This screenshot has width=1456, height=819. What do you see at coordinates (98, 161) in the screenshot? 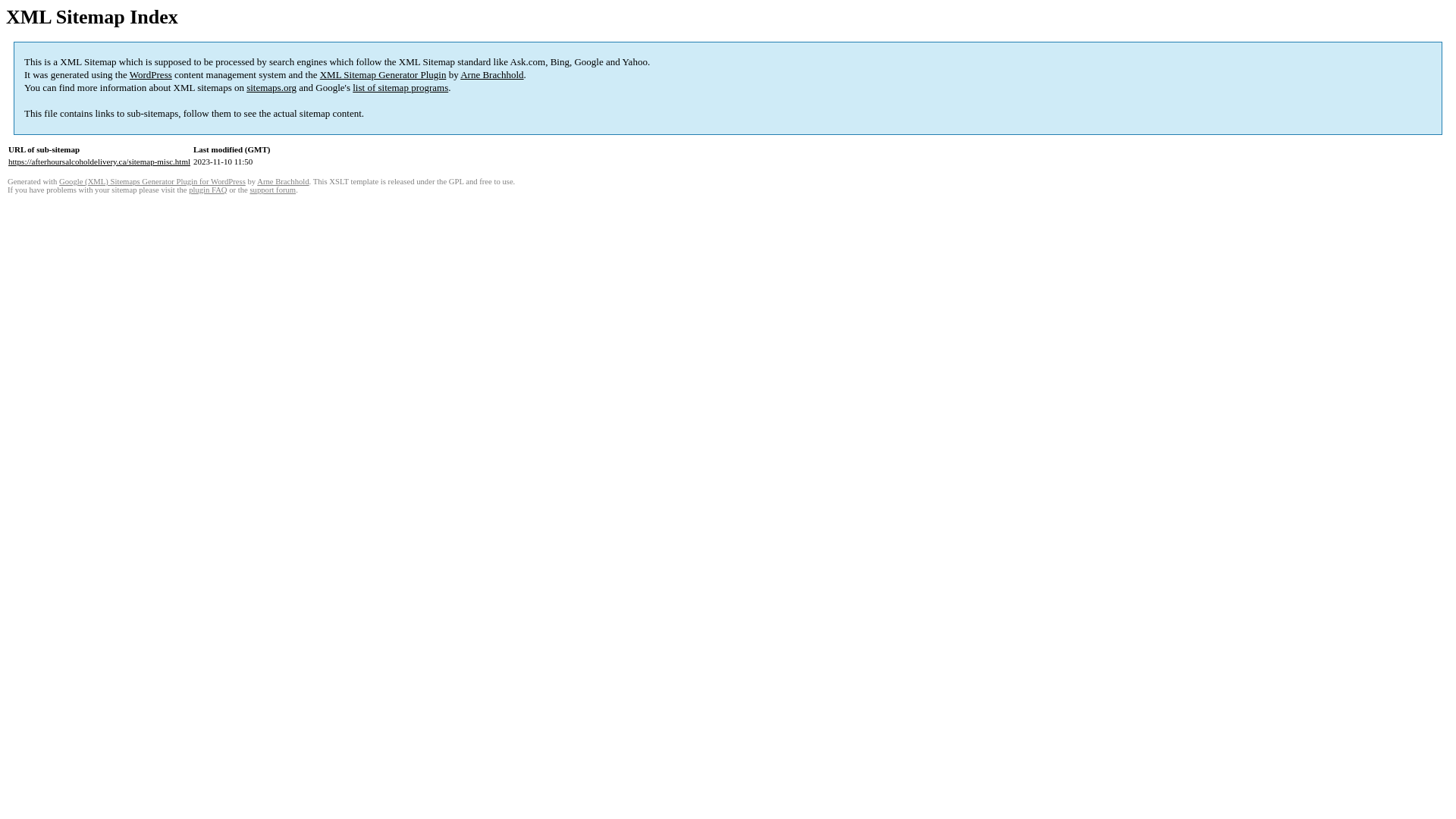
I see `'https://afterhoursalcoholdelivery.ca/sitemap-misc.html'` at bounding box center [98, 161].